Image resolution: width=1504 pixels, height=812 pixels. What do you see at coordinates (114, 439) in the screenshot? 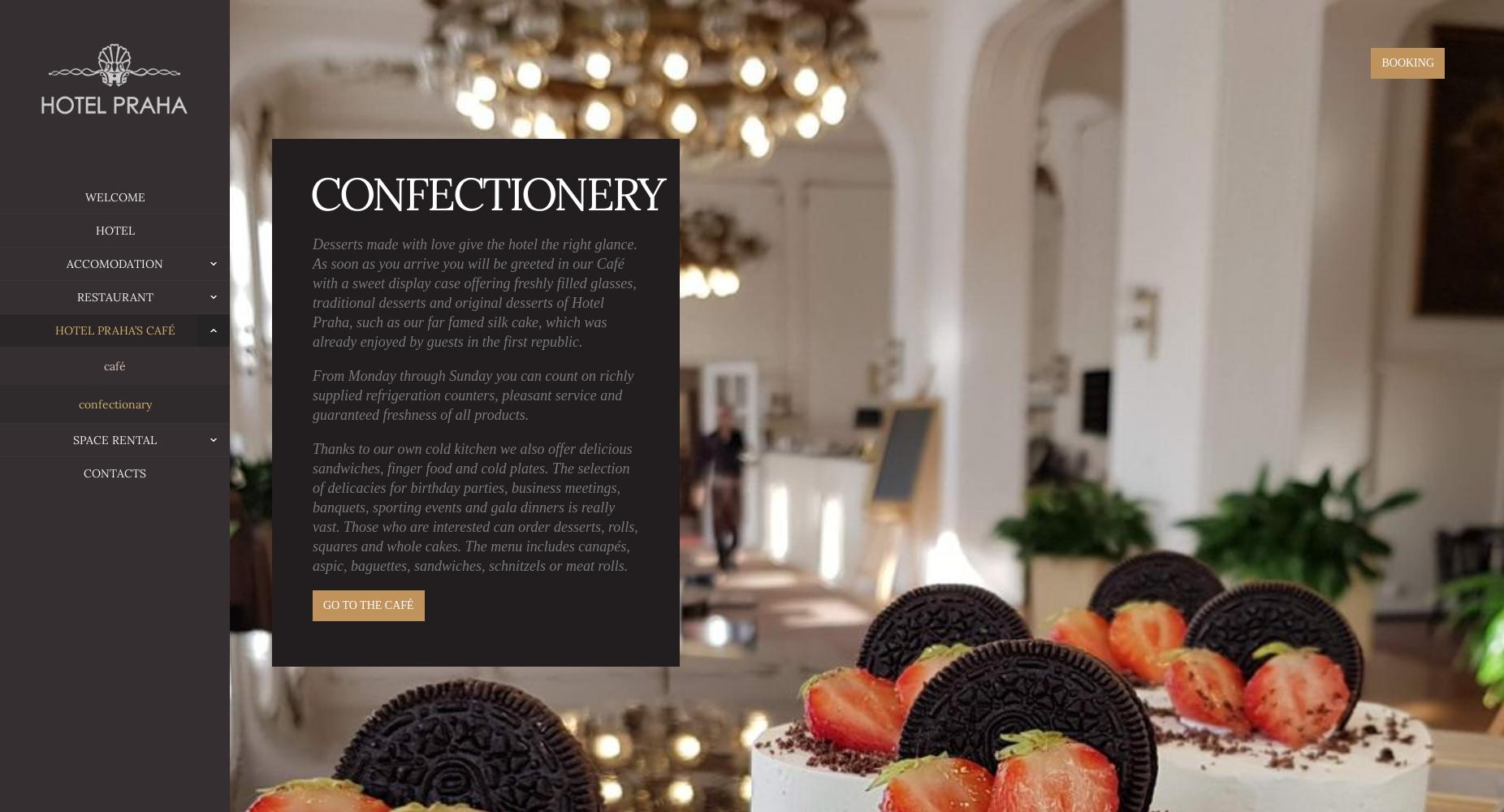
I see `'Space rental'` at bounding box center [114, 439].